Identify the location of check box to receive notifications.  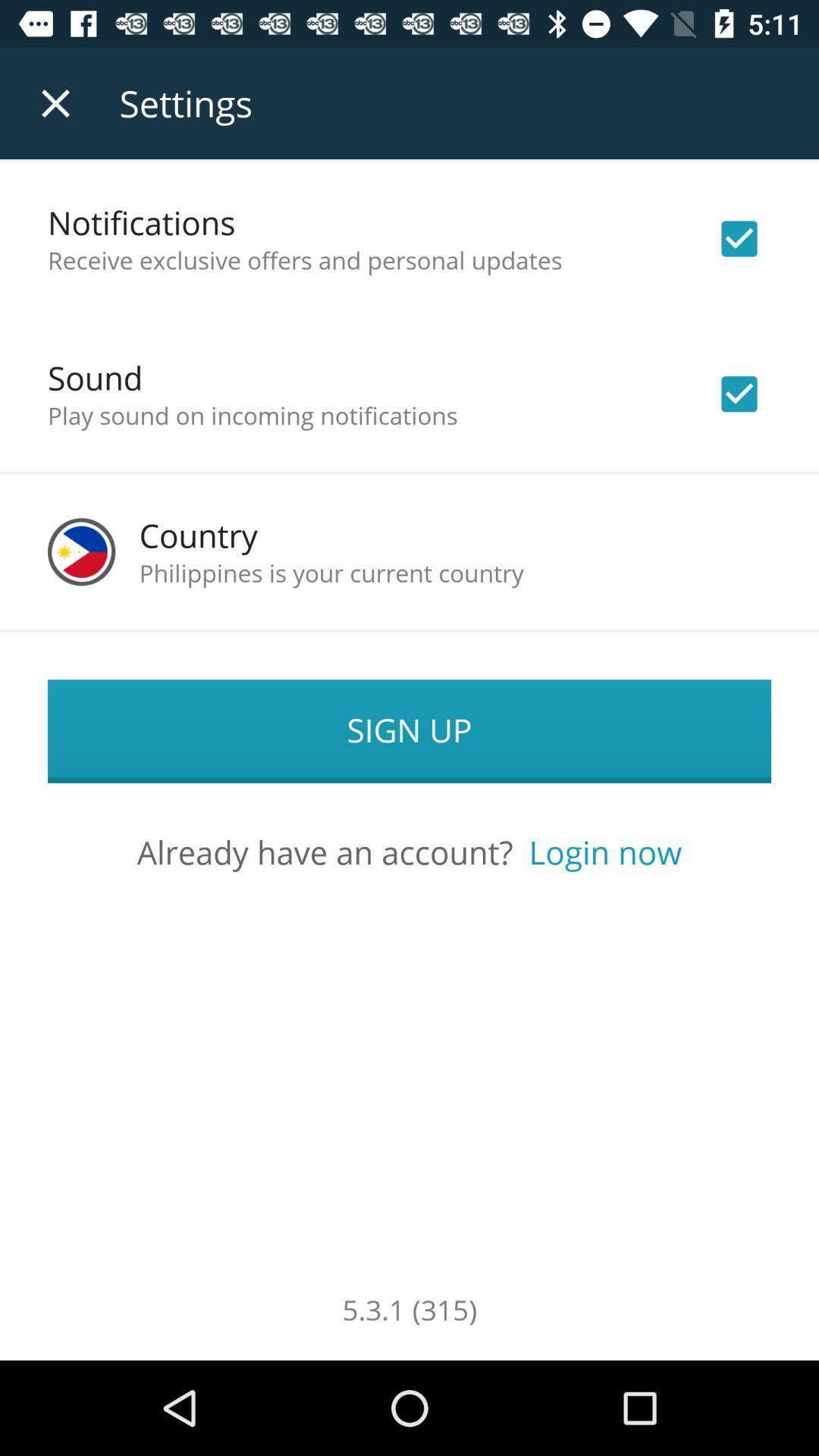
(739, 238).